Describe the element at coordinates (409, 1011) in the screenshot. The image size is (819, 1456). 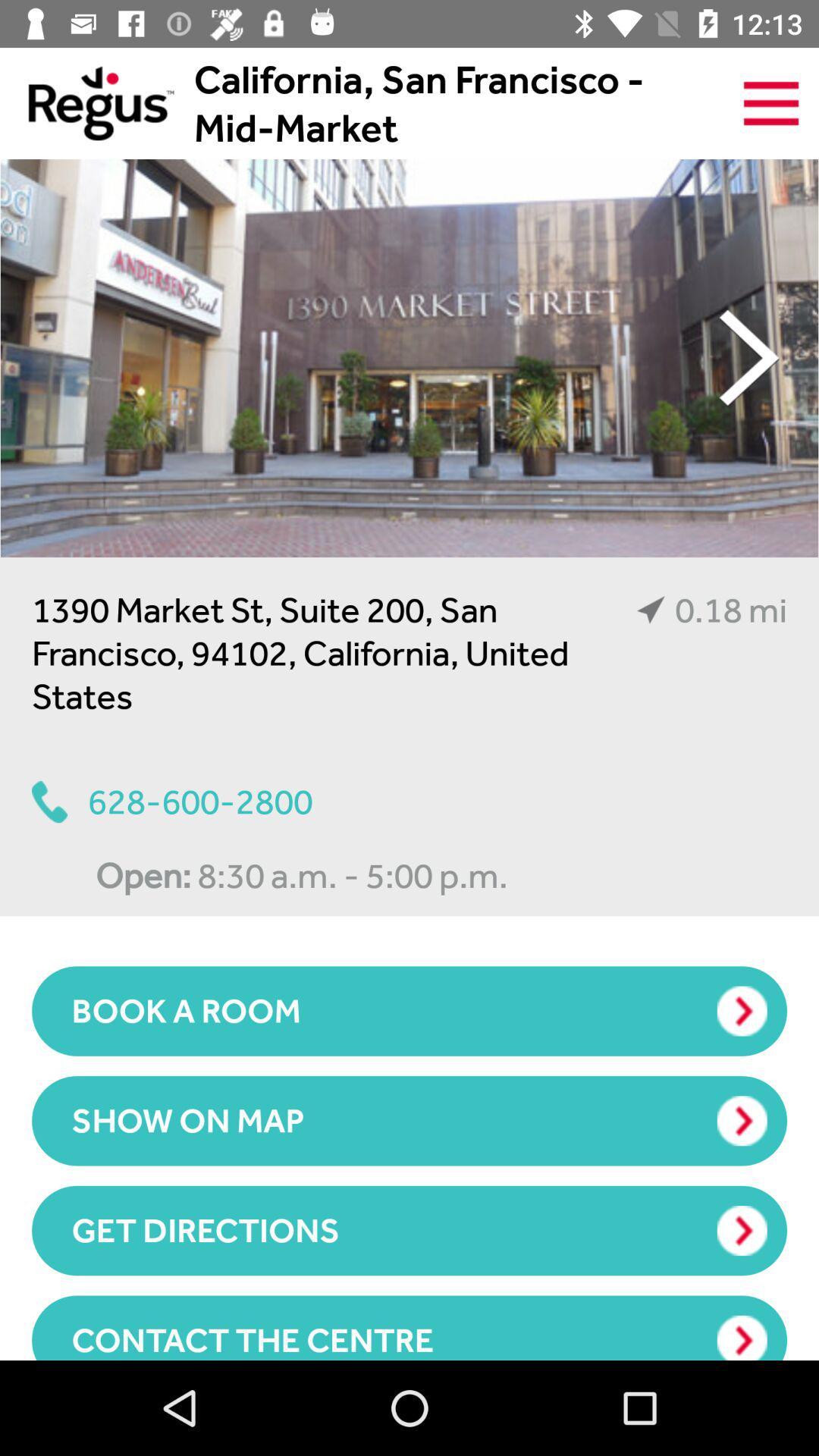
I see `the item above show on map item` at that location.